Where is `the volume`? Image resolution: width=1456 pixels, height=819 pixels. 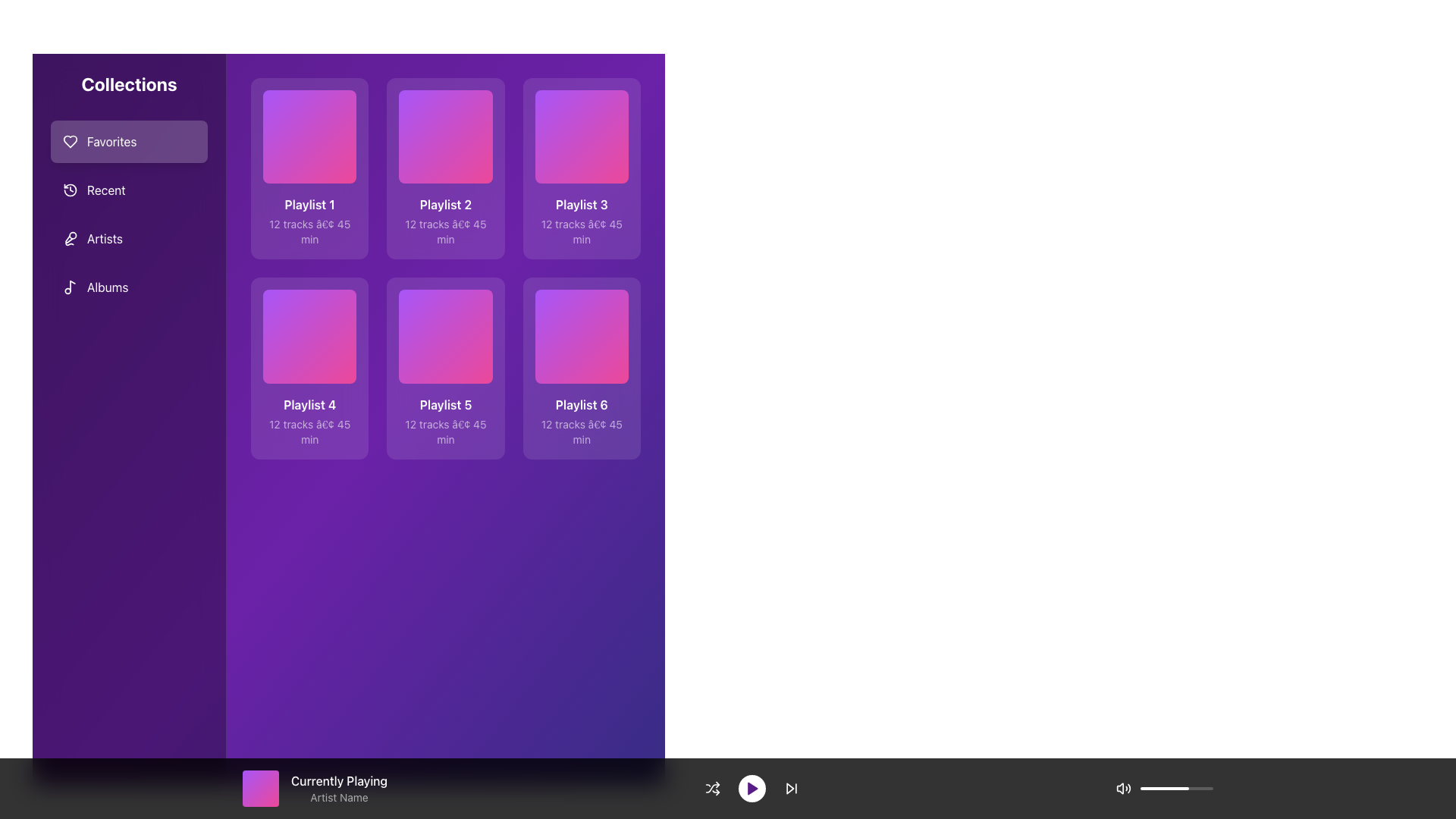
the volume is located at coordinates (1168, 788).